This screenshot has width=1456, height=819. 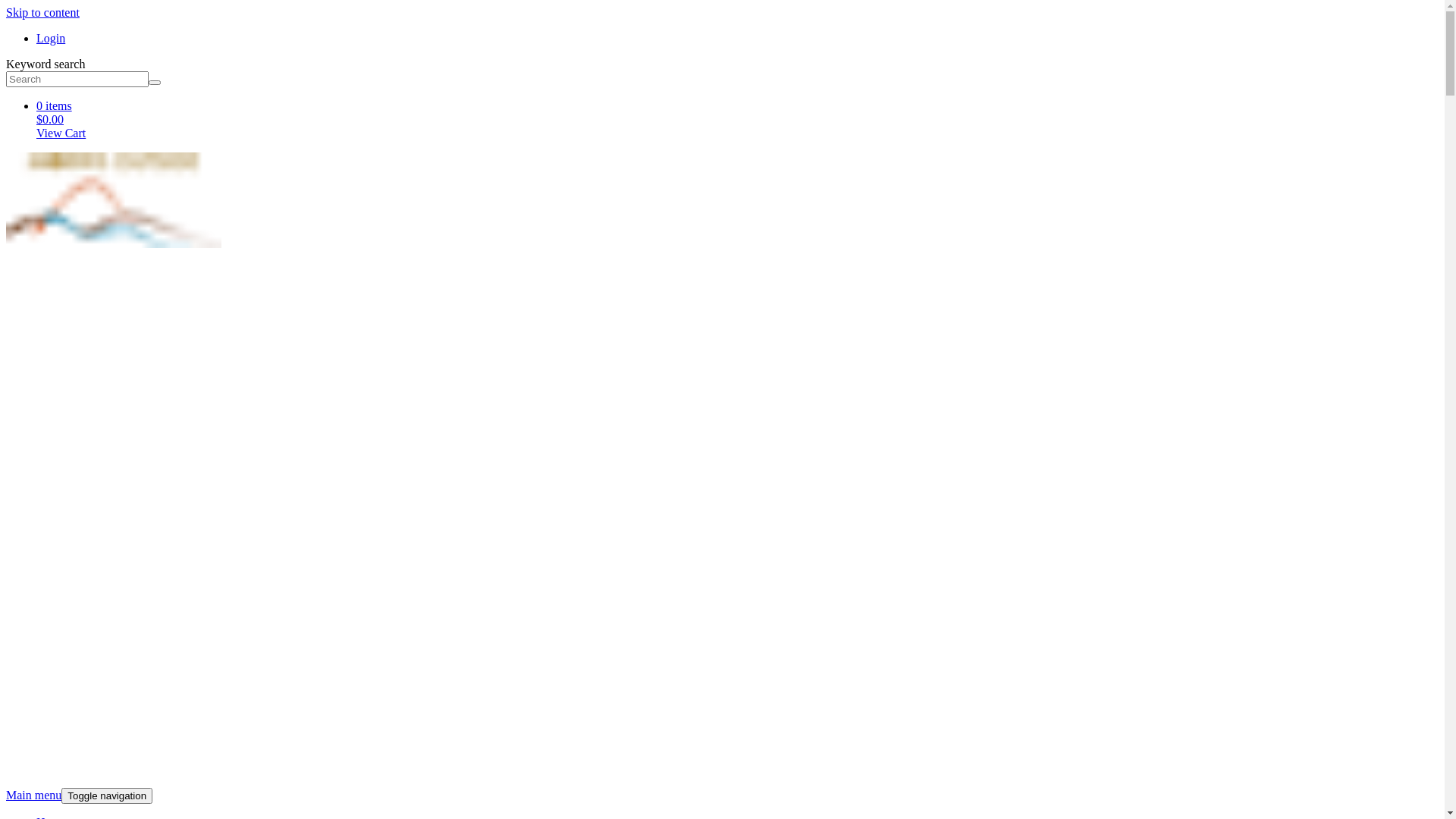 I want to click on '0 items, so click(x=36, y=119).